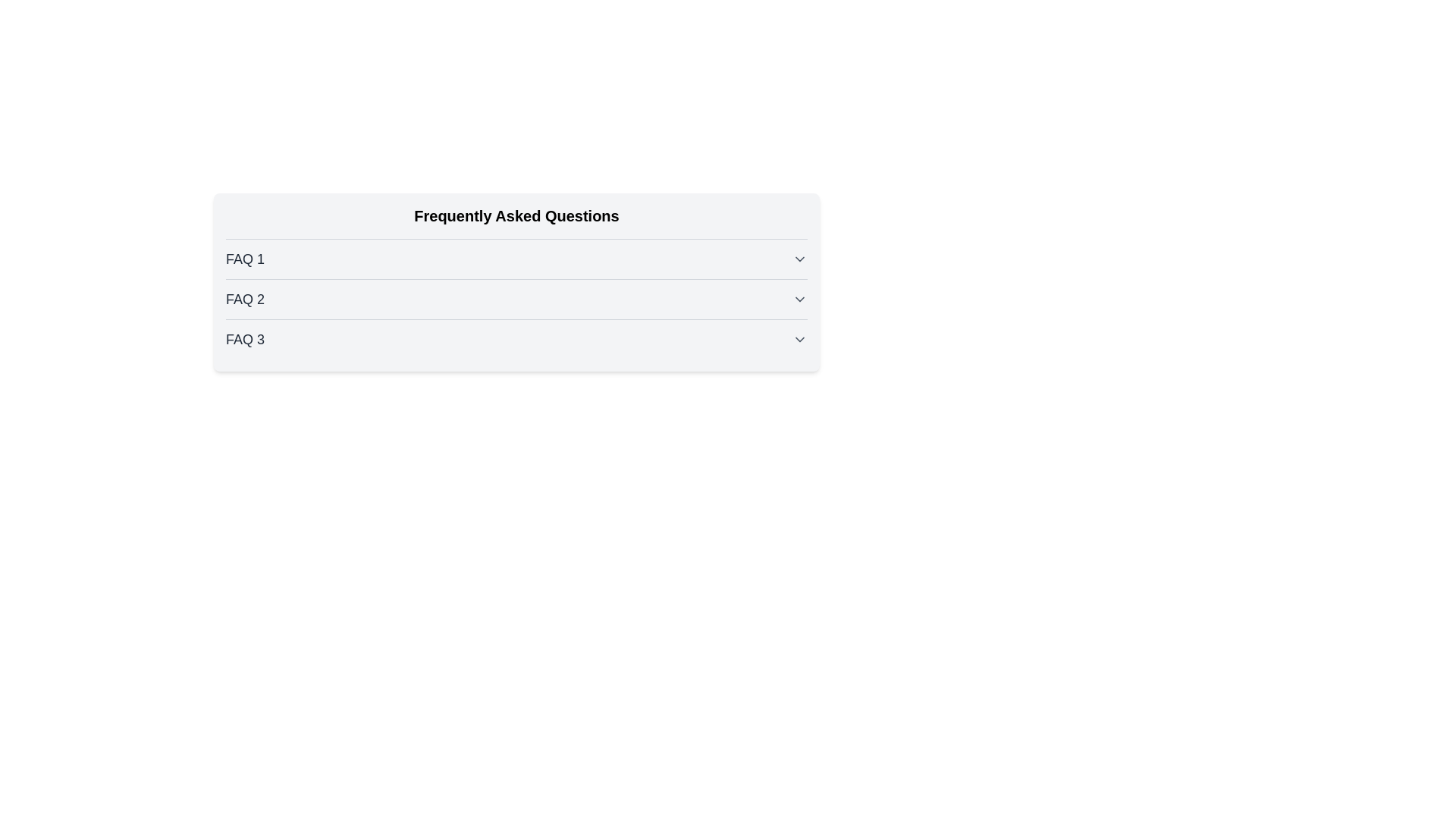 Image resolution: width=1456 pixels, height=819 pixels. I want to click on the Dropdown toggle icon for the 'FAQ 3' section, so click(799, 338).